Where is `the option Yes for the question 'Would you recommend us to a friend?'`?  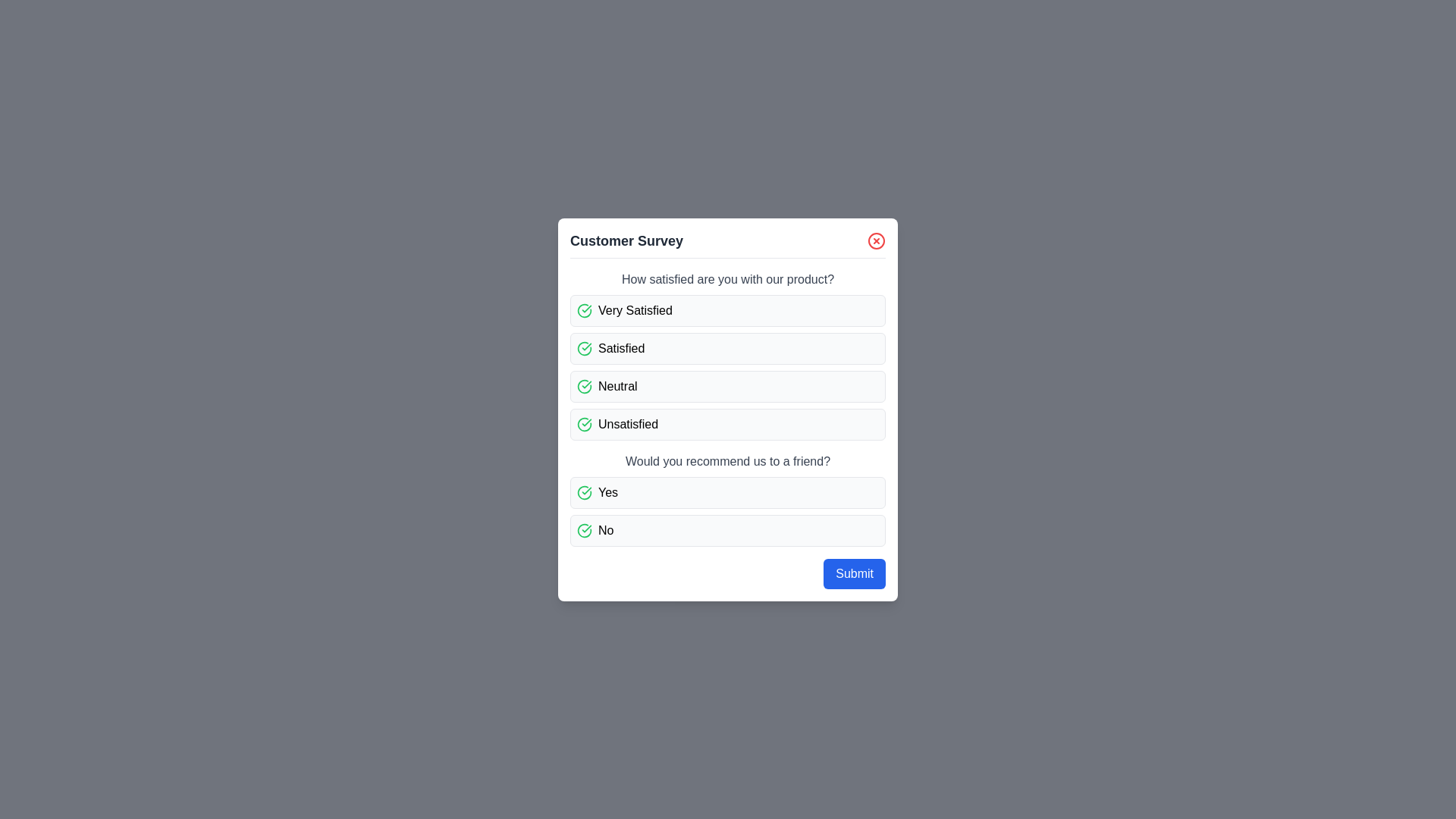
the option Yes for the question 'Would you recommend us to a friend?' is located at coordinates (728, 492).